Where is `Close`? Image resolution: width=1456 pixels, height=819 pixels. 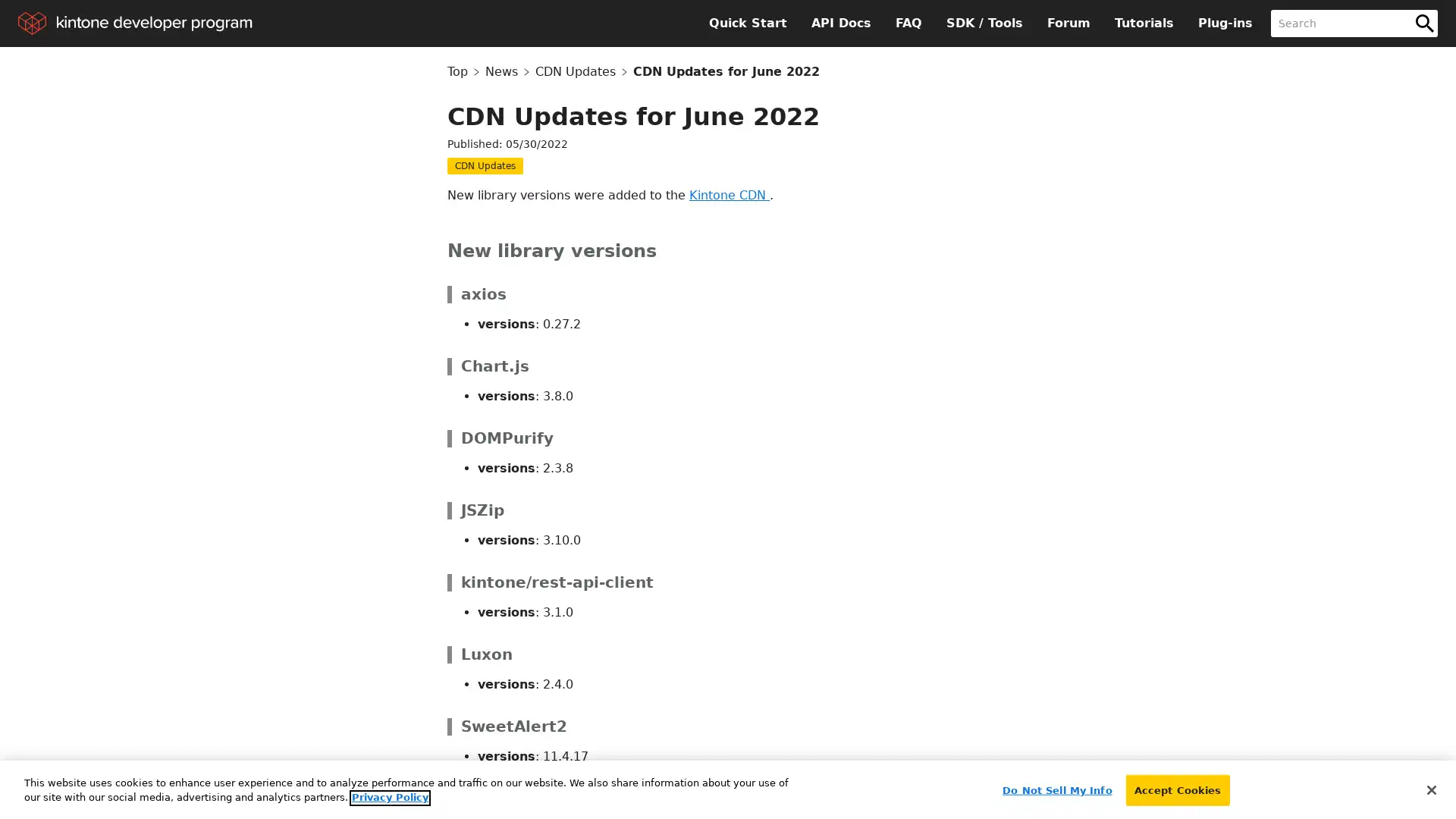 Close is located at coordinates (1430, 785).